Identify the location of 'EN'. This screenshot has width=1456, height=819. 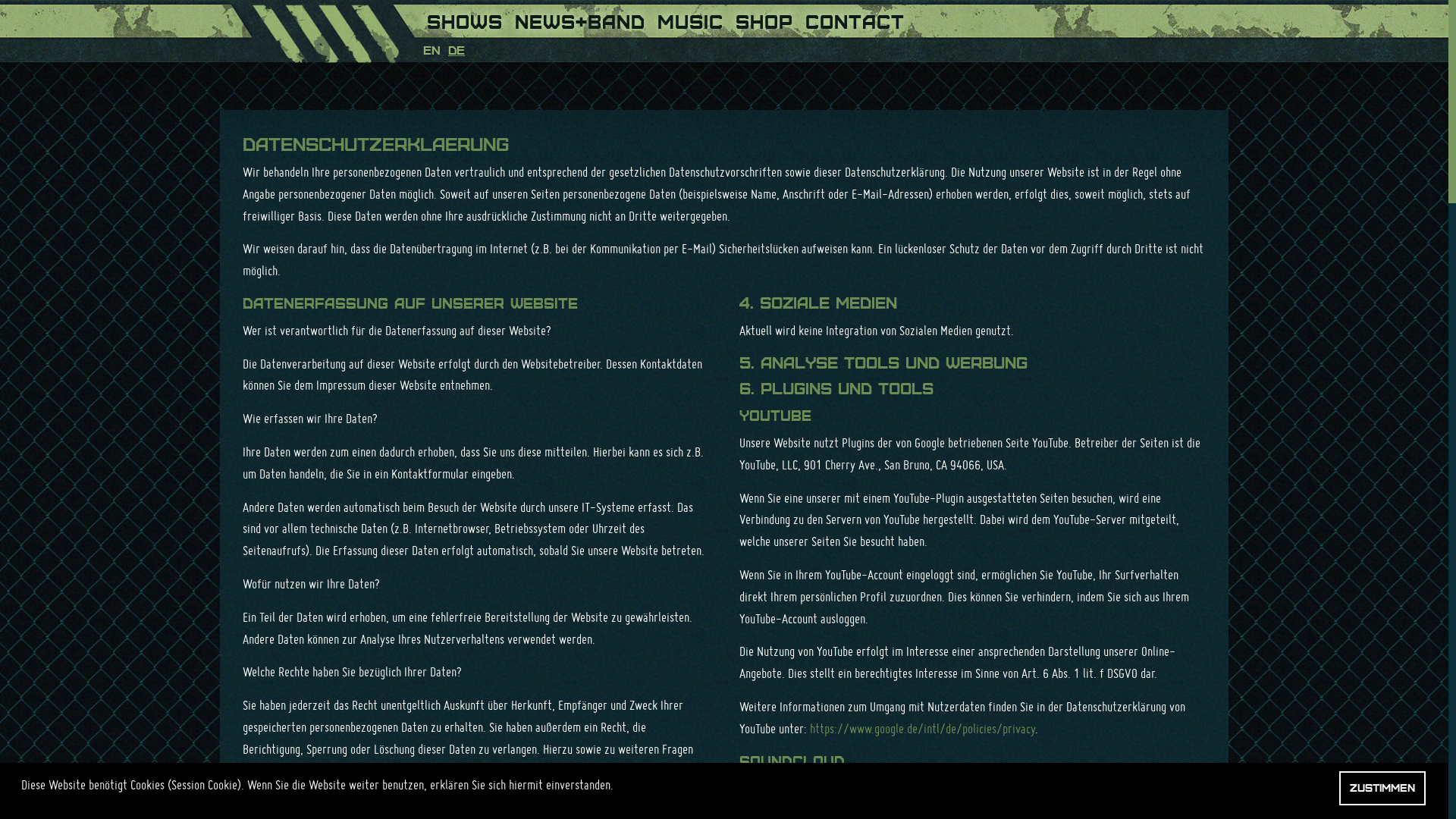
(431, 49).